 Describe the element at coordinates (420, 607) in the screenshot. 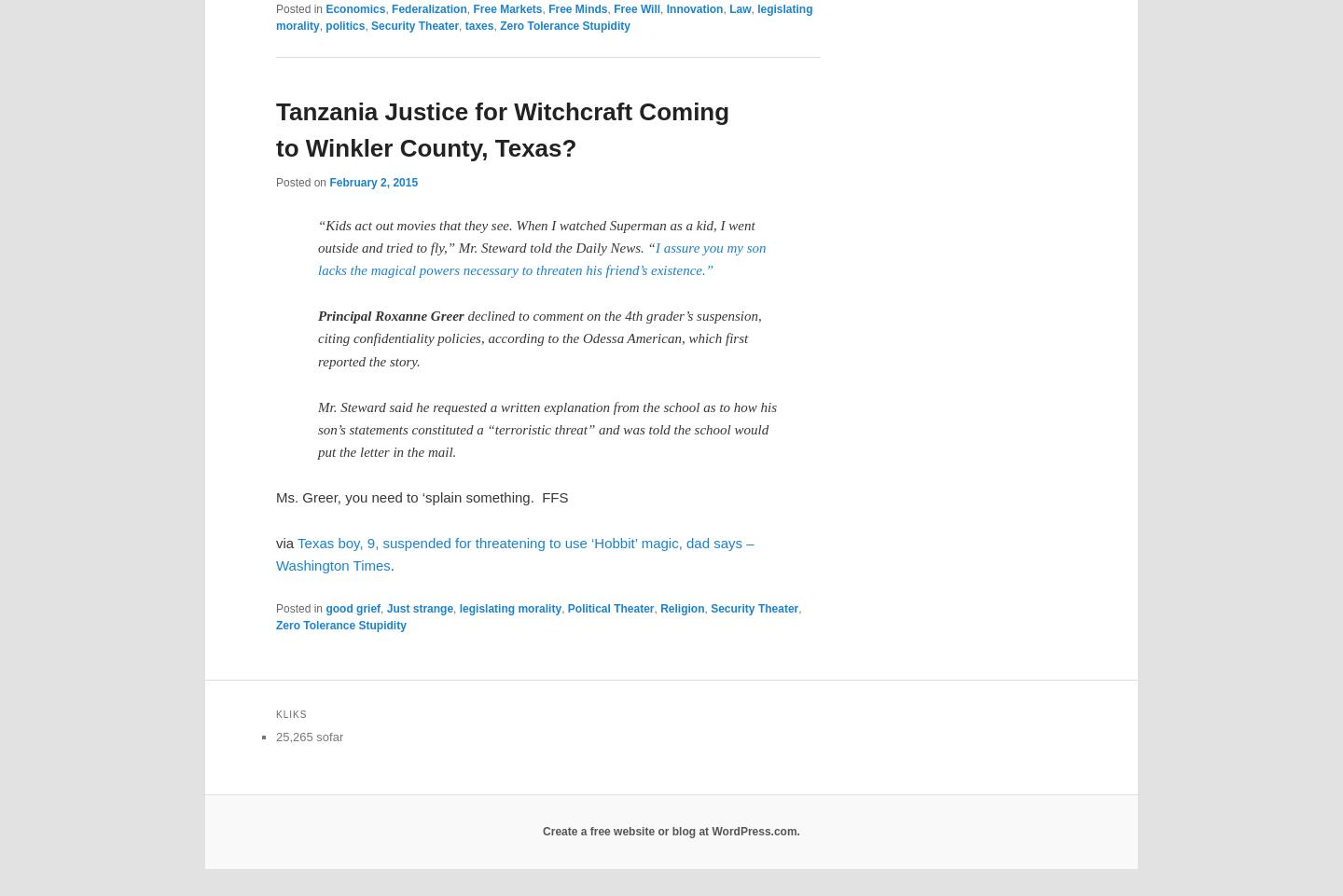

I see `'Just strange'` at that location.